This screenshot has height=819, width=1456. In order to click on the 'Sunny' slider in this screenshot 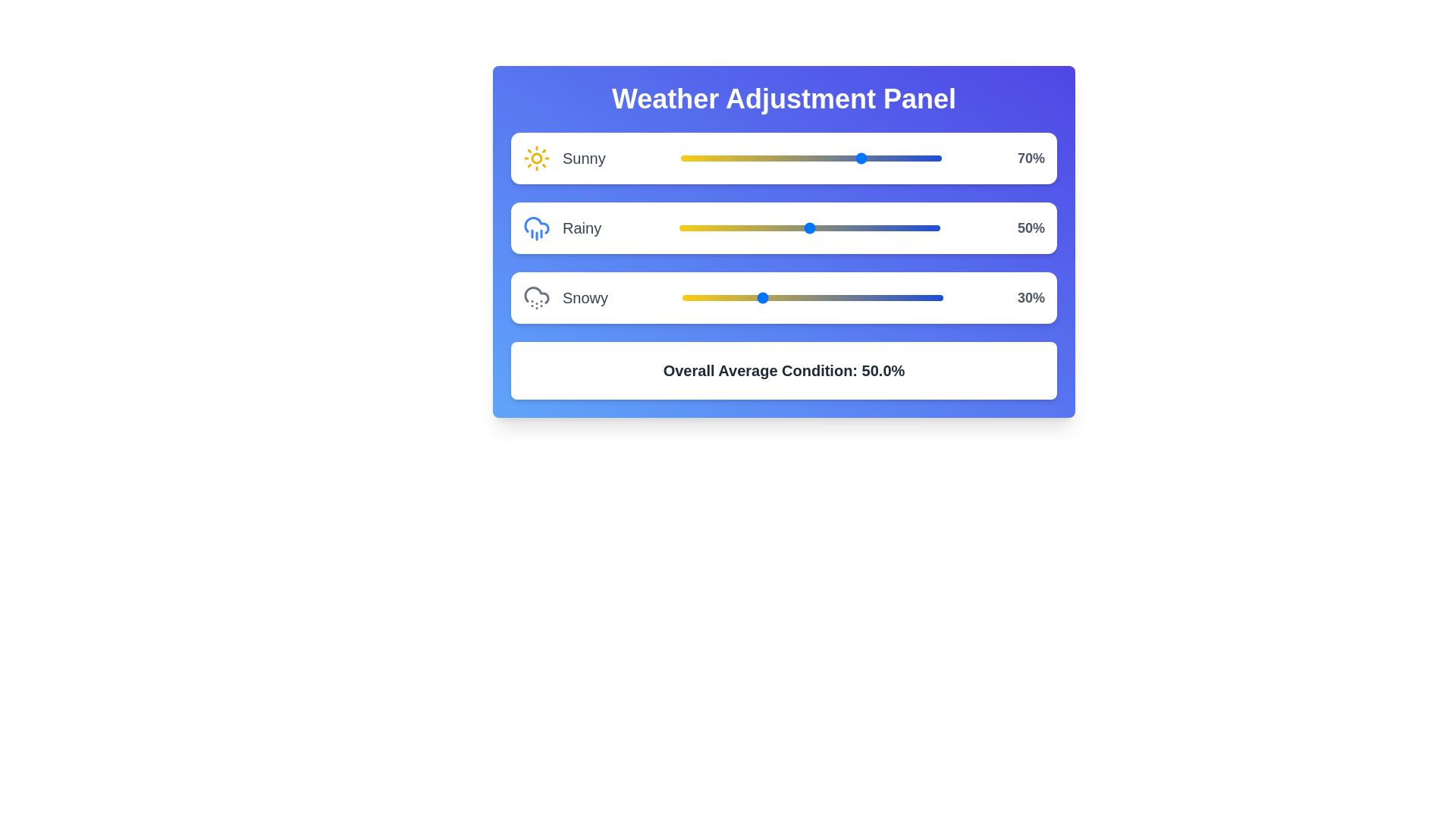, I will do `click(871, 155)`.